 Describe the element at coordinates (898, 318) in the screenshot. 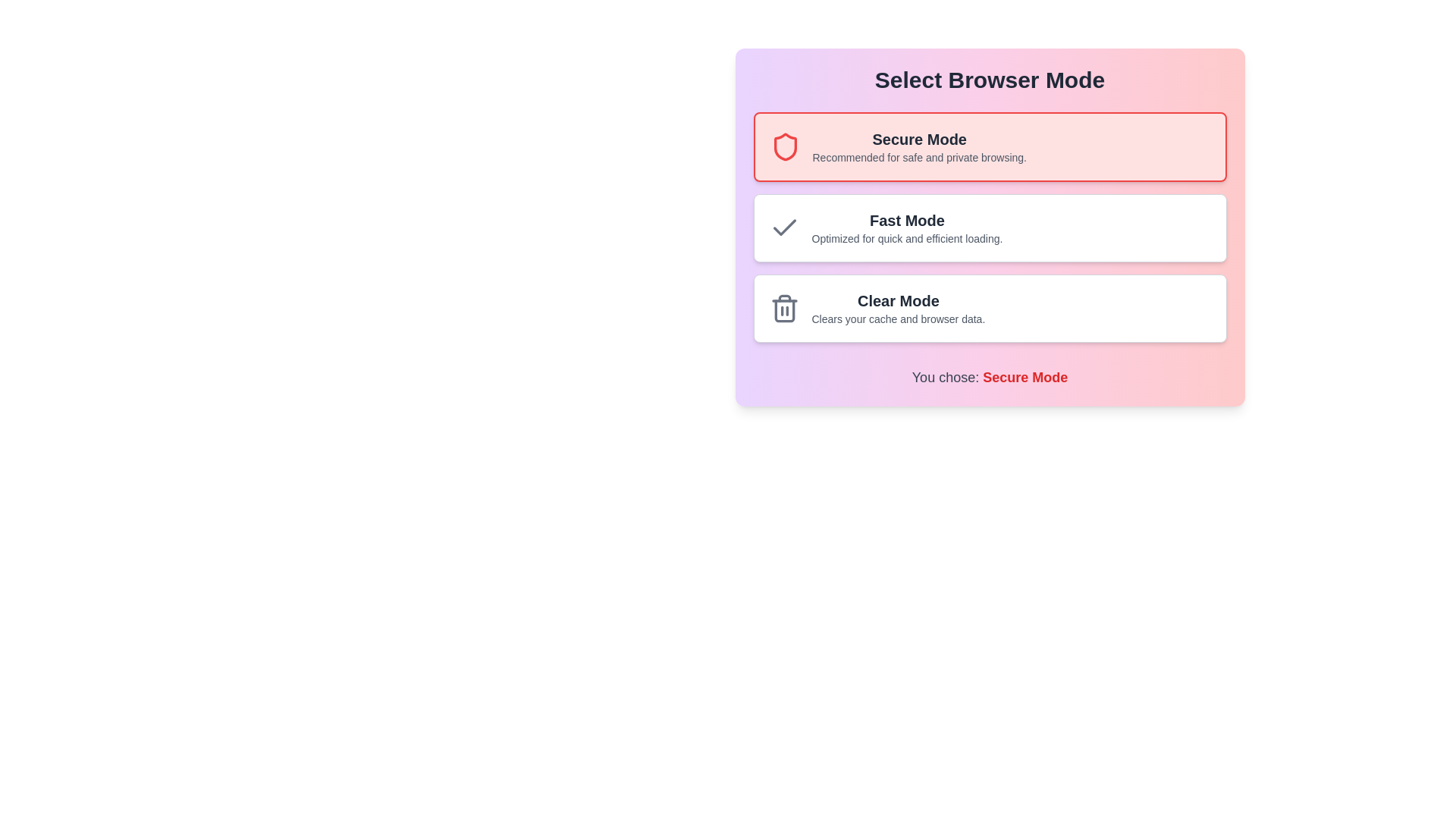

I see `the label providing additional information about the 'Clear Mode' option, located directly below the 'Clear Mode' text header in the browser mode selection interface` at that location.